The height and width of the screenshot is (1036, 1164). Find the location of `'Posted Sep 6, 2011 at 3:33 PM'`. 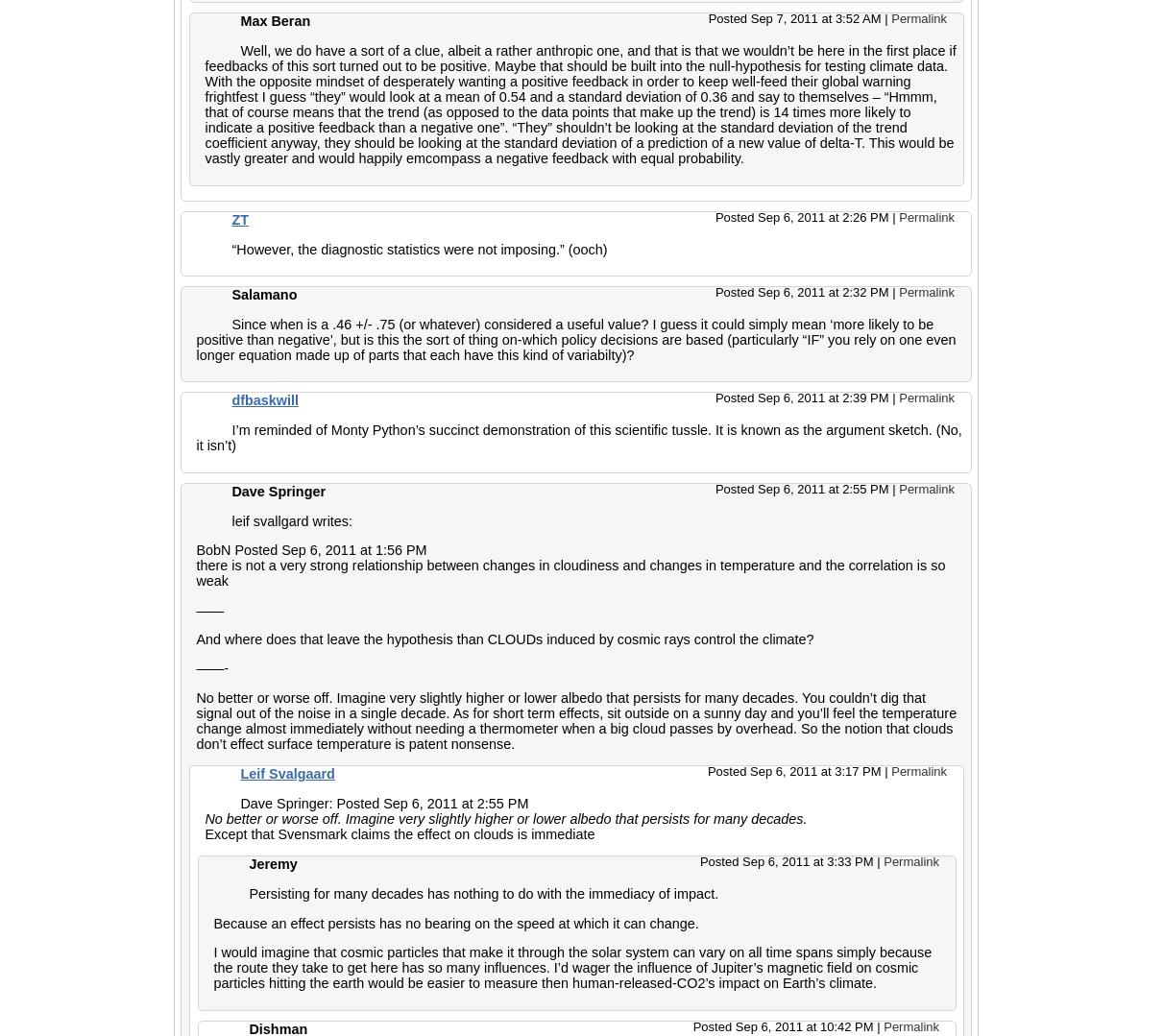

'Posted Sep 6, 2011 at 3:33 PM' is located at coordinates (787, 860).